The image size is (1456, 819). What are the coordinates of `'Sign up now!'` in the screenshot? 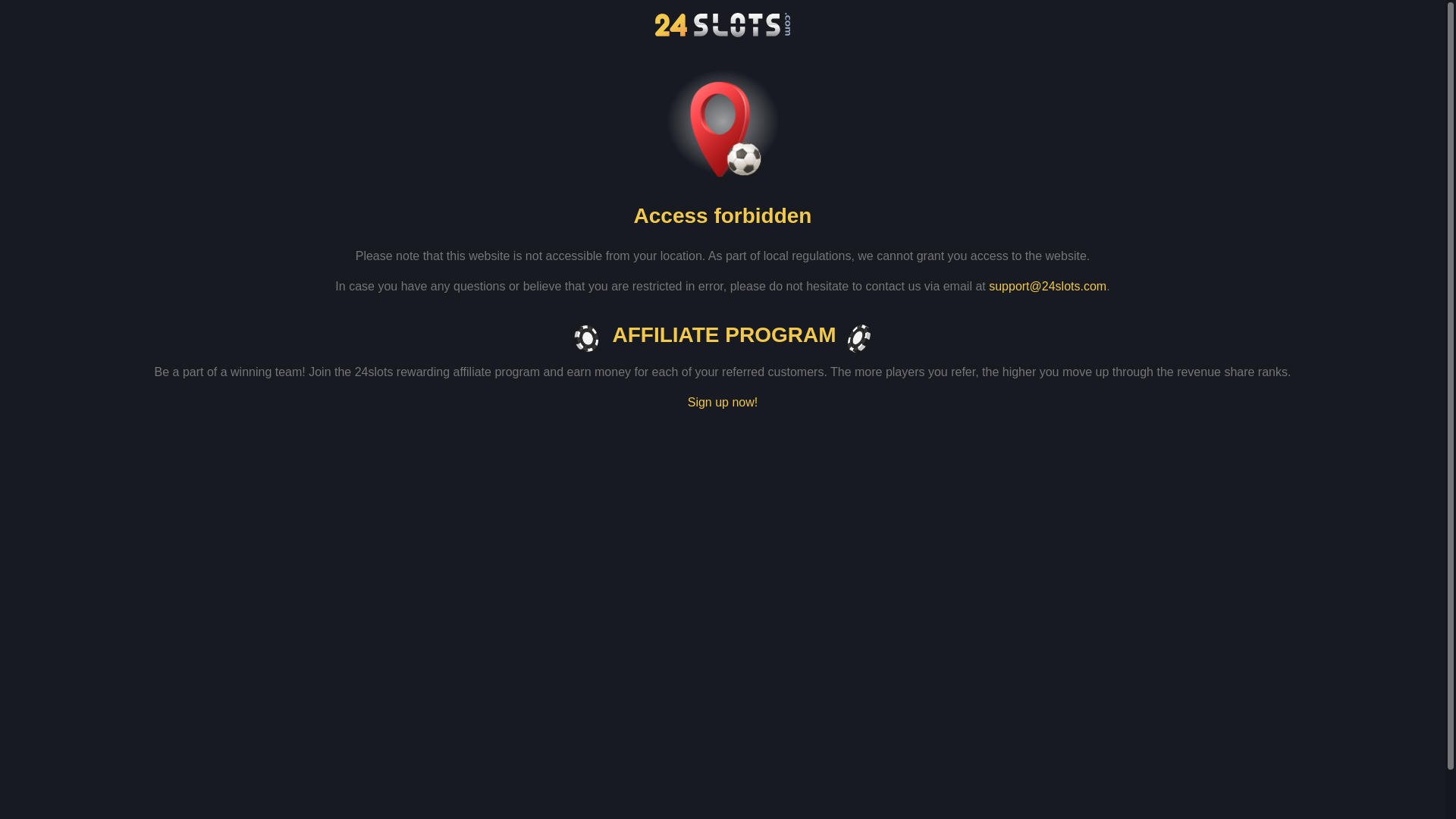 It's located at (722, 402).